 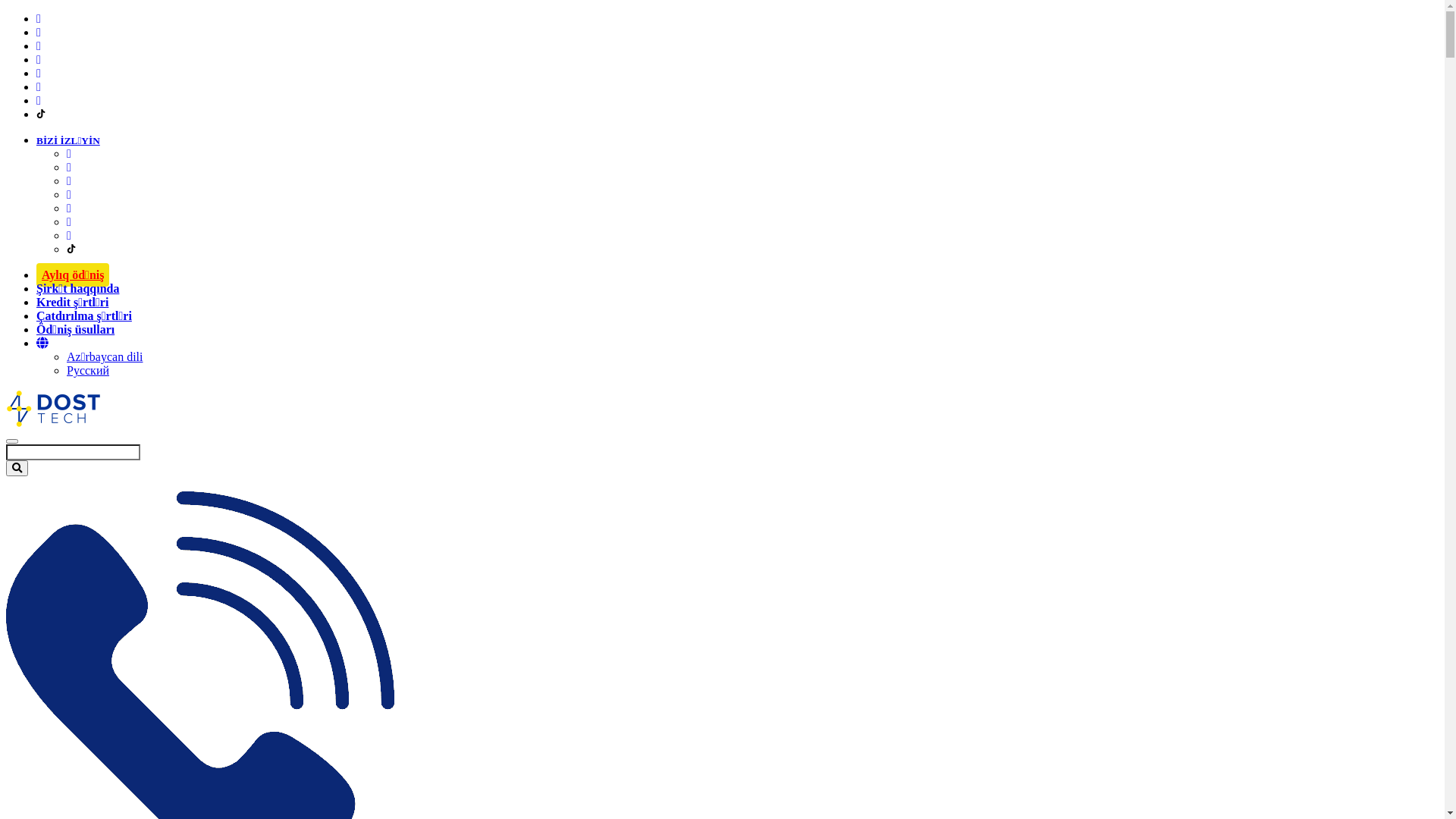 What do you see at coordinates (39, 18) in the screenshot?
I see `'Facebook'` at bounding box center [39, 18].